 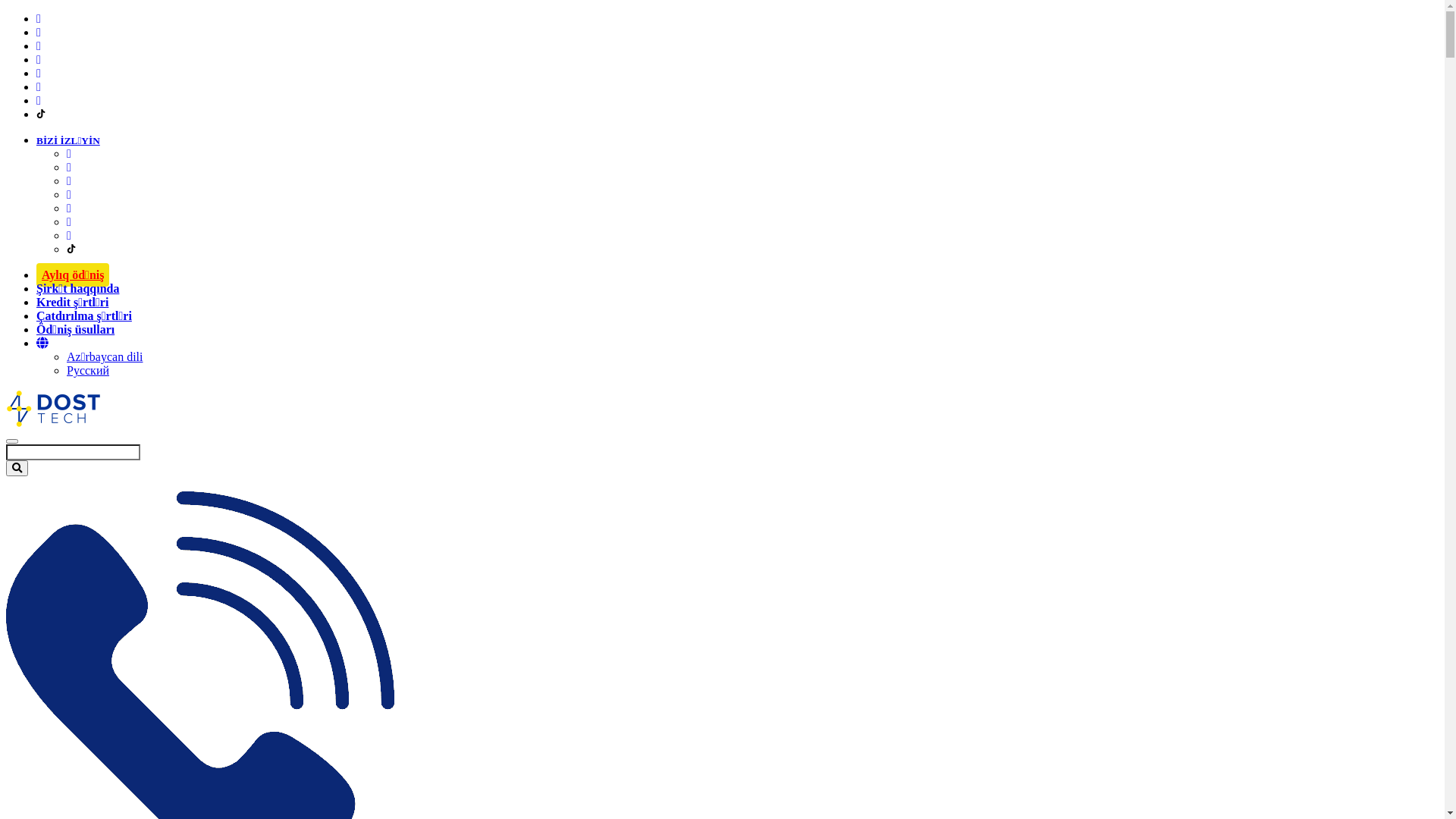 What do you see at coordinates (39, 18) in the screenshot?
I see `'Facebook'` at bounding box center [39, 18].